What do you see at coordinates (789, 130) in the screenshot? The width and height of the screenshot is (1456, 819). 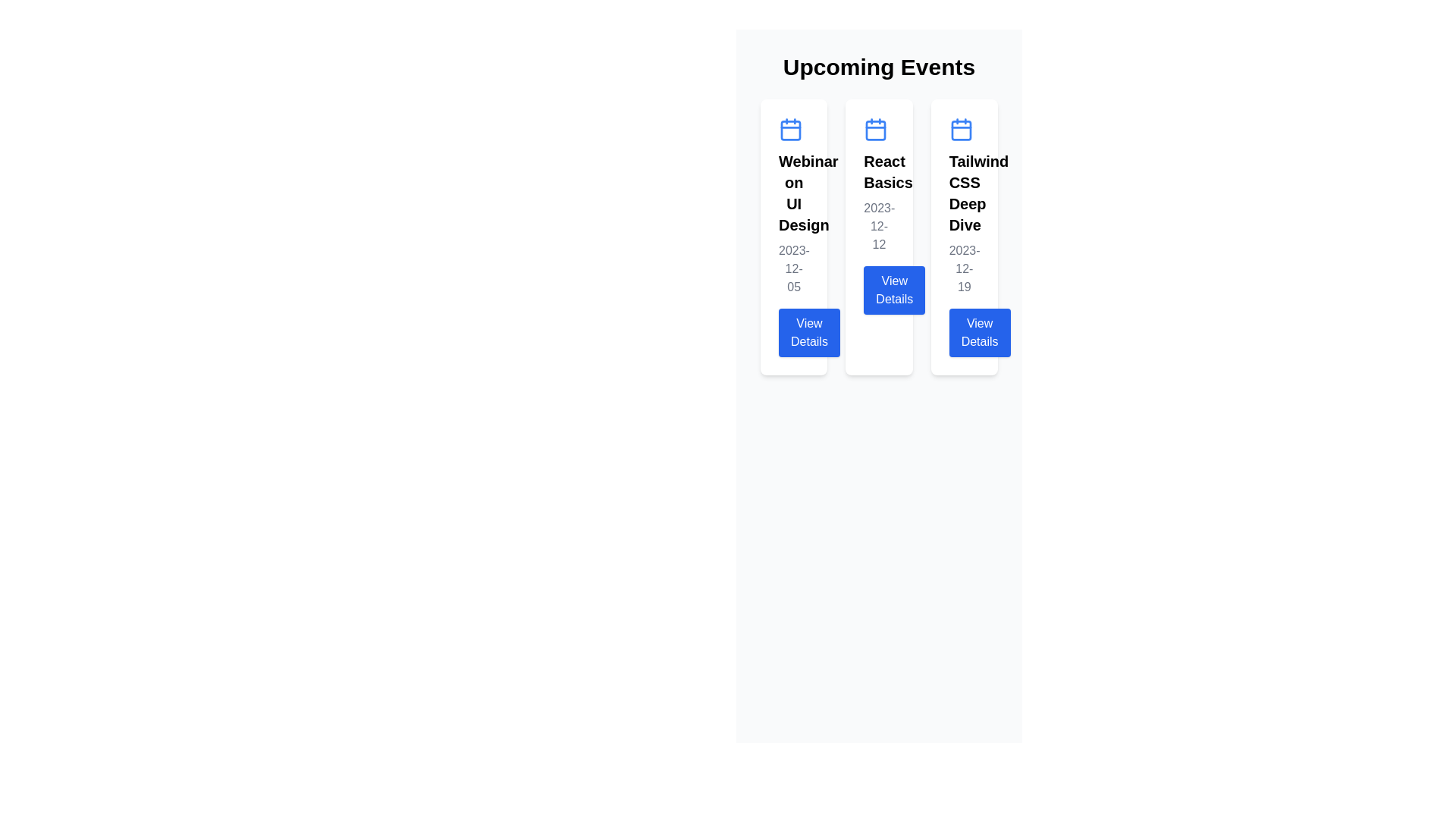 I see `the small SVG rectangle with rounded corners located within the calendar icon on the first card under 'Upcoming Events'` at bounding box center [789, 130].